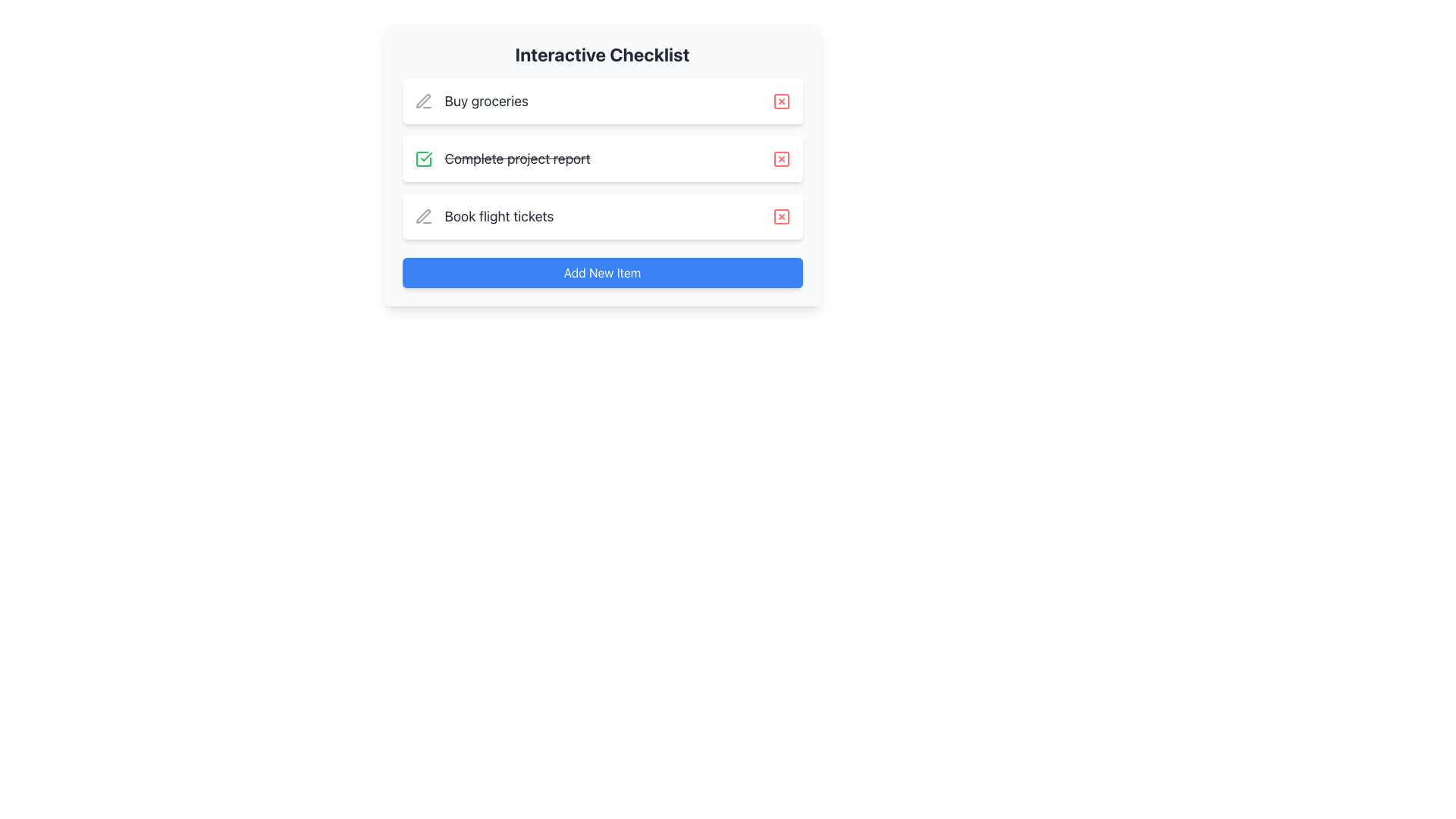 The image size is (1456, 819). I want to click on the text label component stating 'Complete project report' with a strikethrough effect, indicating task completion, located centrally in the checklist, so click(502, 158).